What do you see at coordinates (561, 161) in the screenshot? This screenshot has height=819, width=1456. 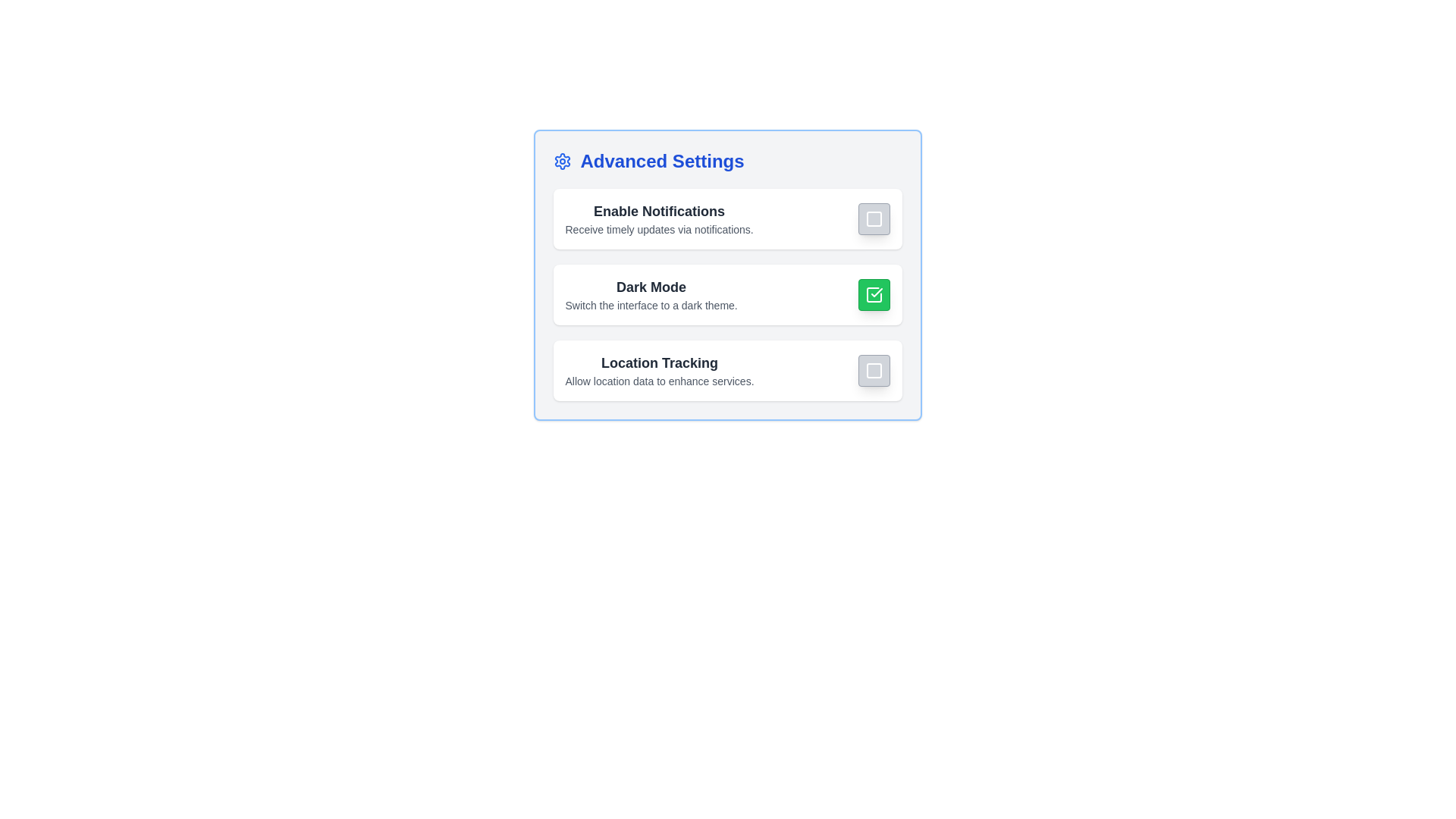 I see `the gear icon in the top-left section of the 'Advanced Settings' panel` at bounding box center [561, 161].